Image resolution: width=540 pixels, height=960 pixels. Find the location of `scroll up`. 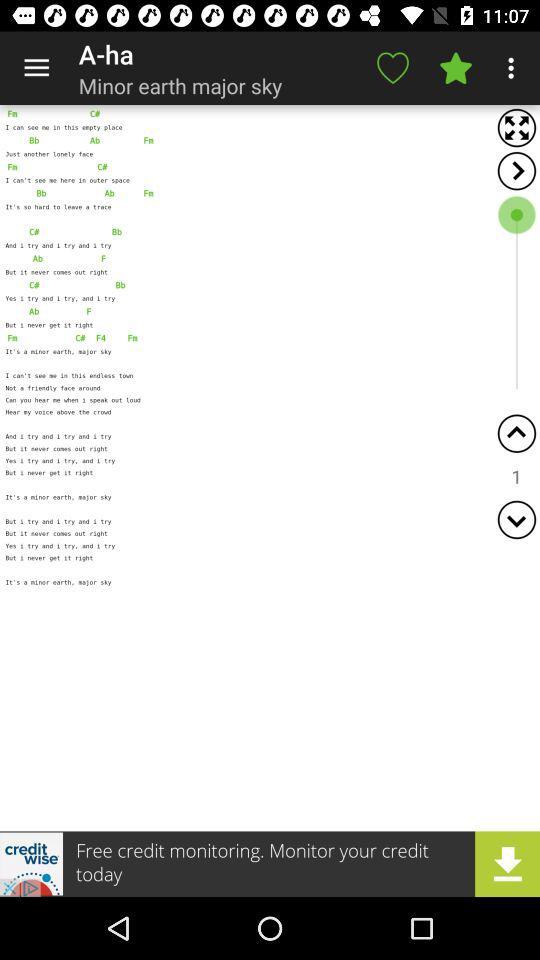

scroll up is located at coordinates (516, 433).